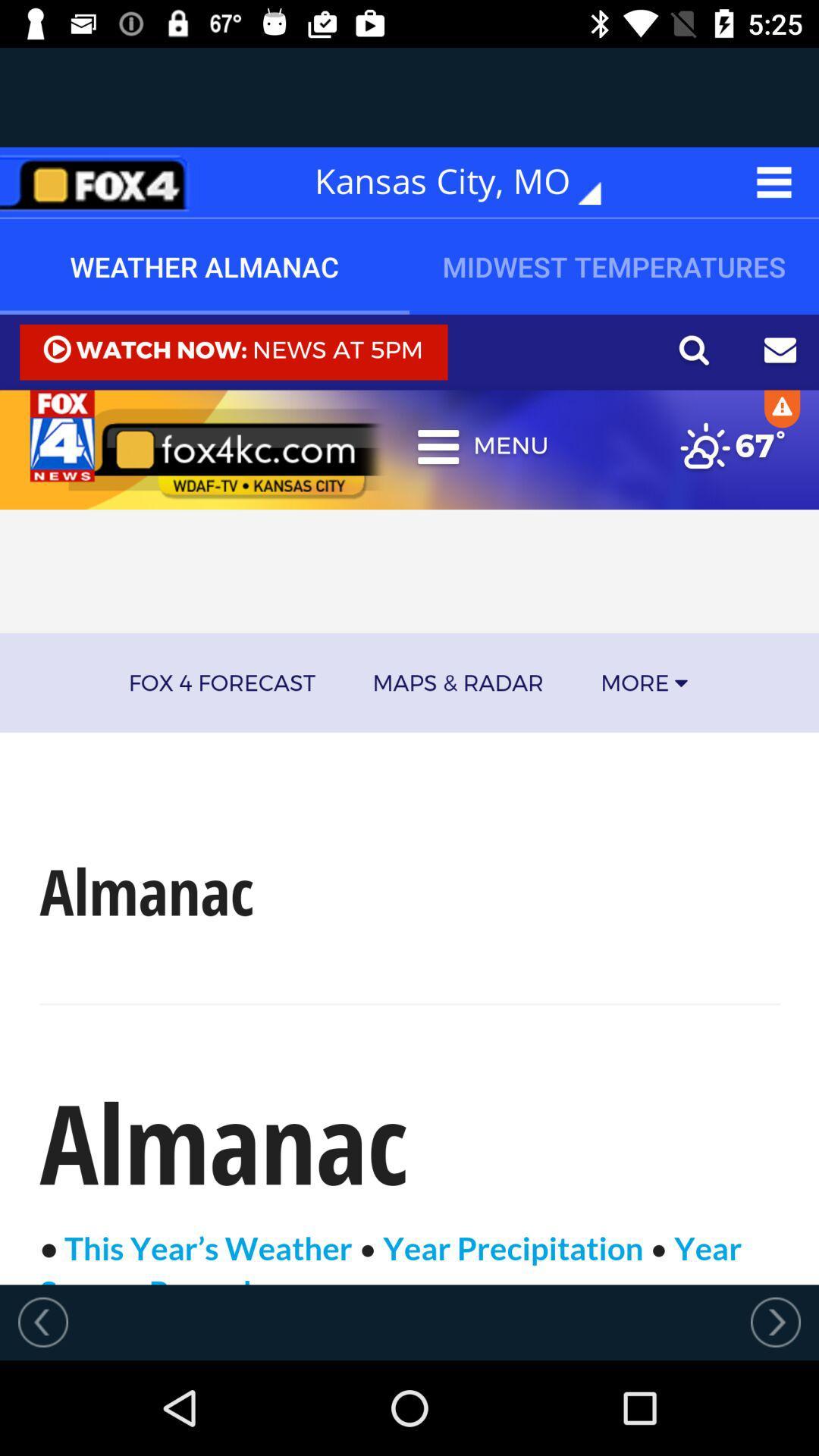  What do you see at coordinates (775, 1321) in the screenshot?
I see `nextpage` at bounding box center [775, 1321].